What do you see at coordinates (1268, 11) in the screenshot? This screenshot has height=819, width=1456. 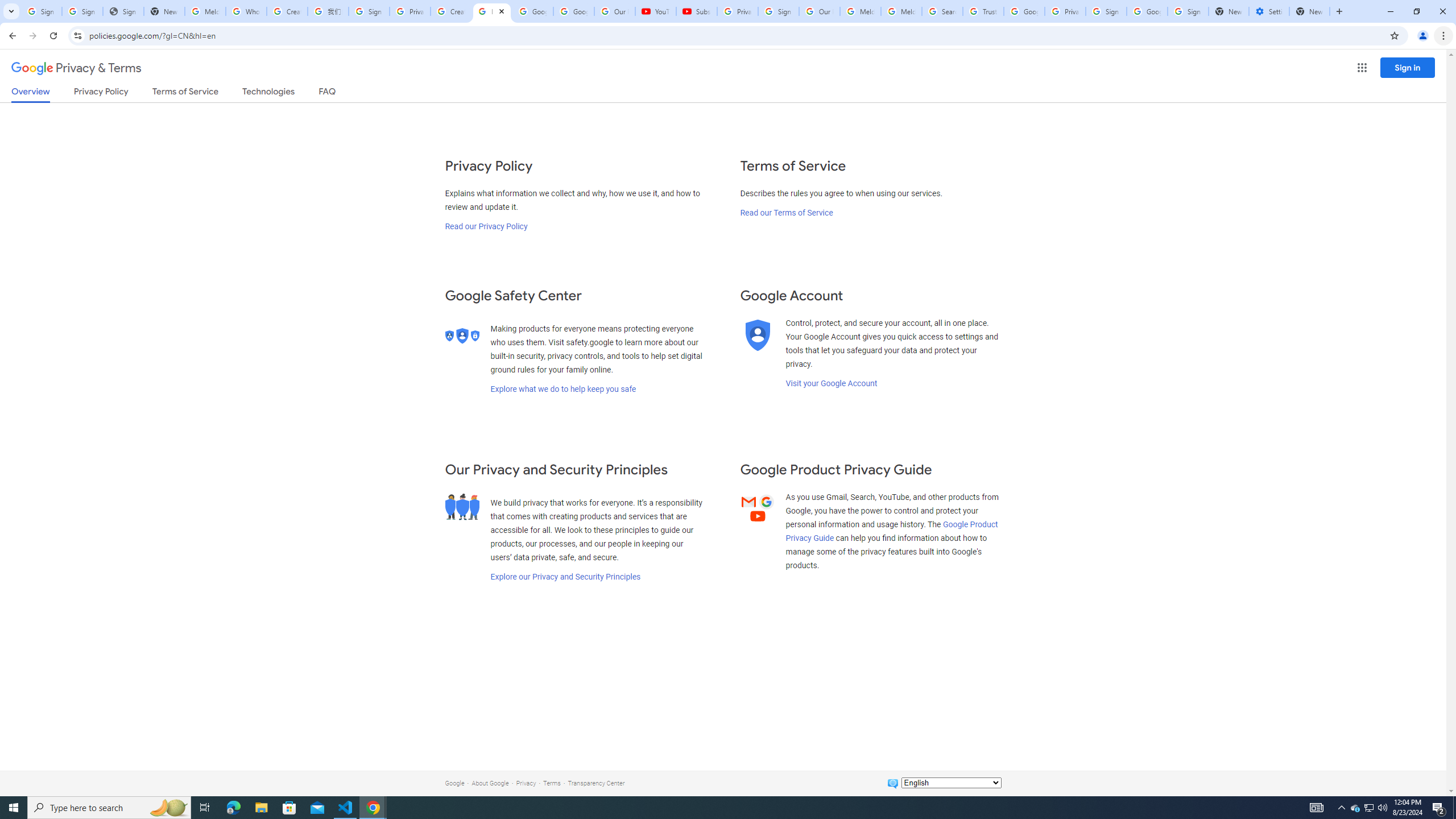 I see `'Settings - Addresses and more'` at bounding box center [1268, 11].